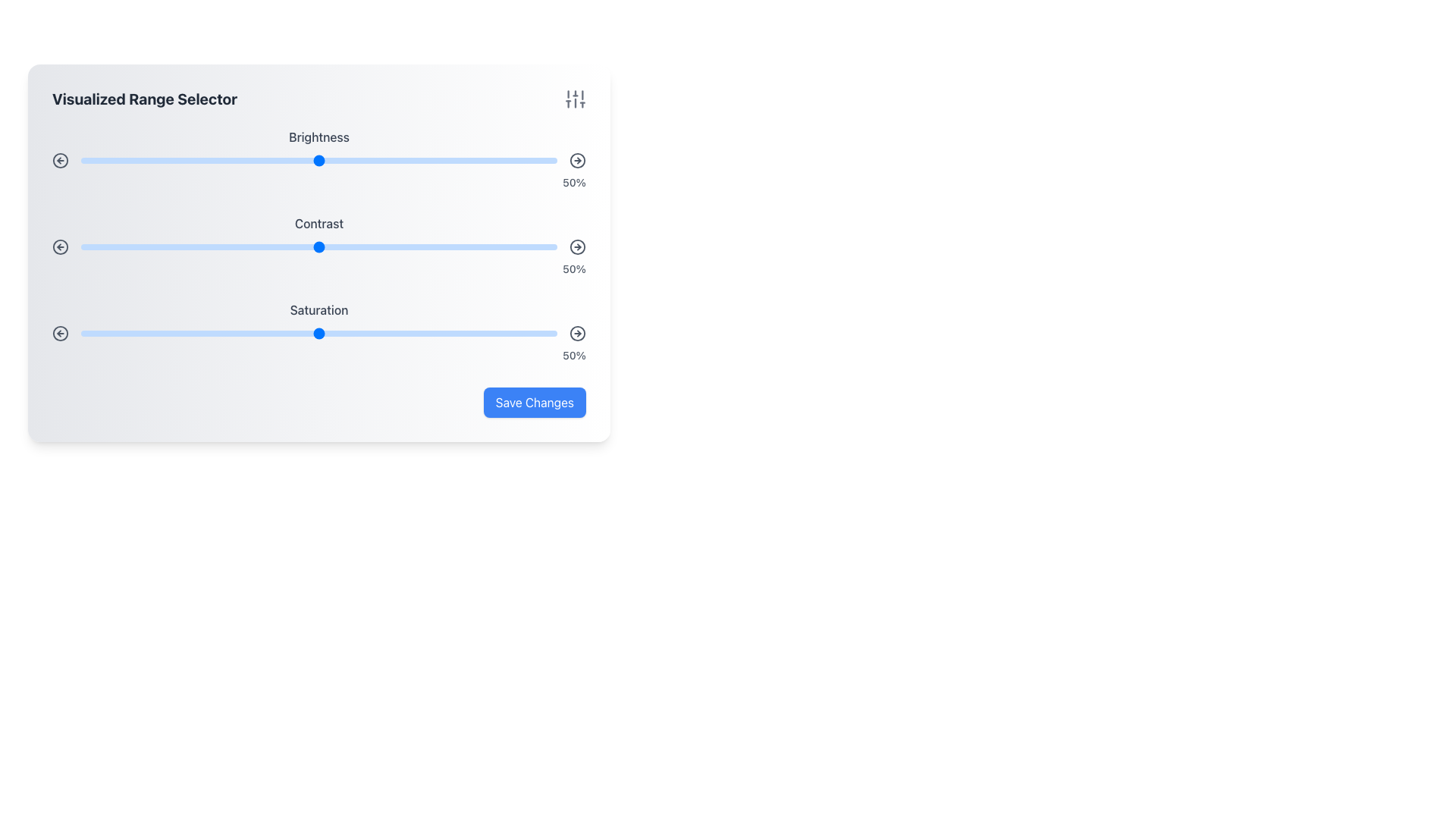 This screenshot has height=819, width=1456. Describe the element at coordinates (162, 161) in the screenshot. I see `the brightness` at that location.